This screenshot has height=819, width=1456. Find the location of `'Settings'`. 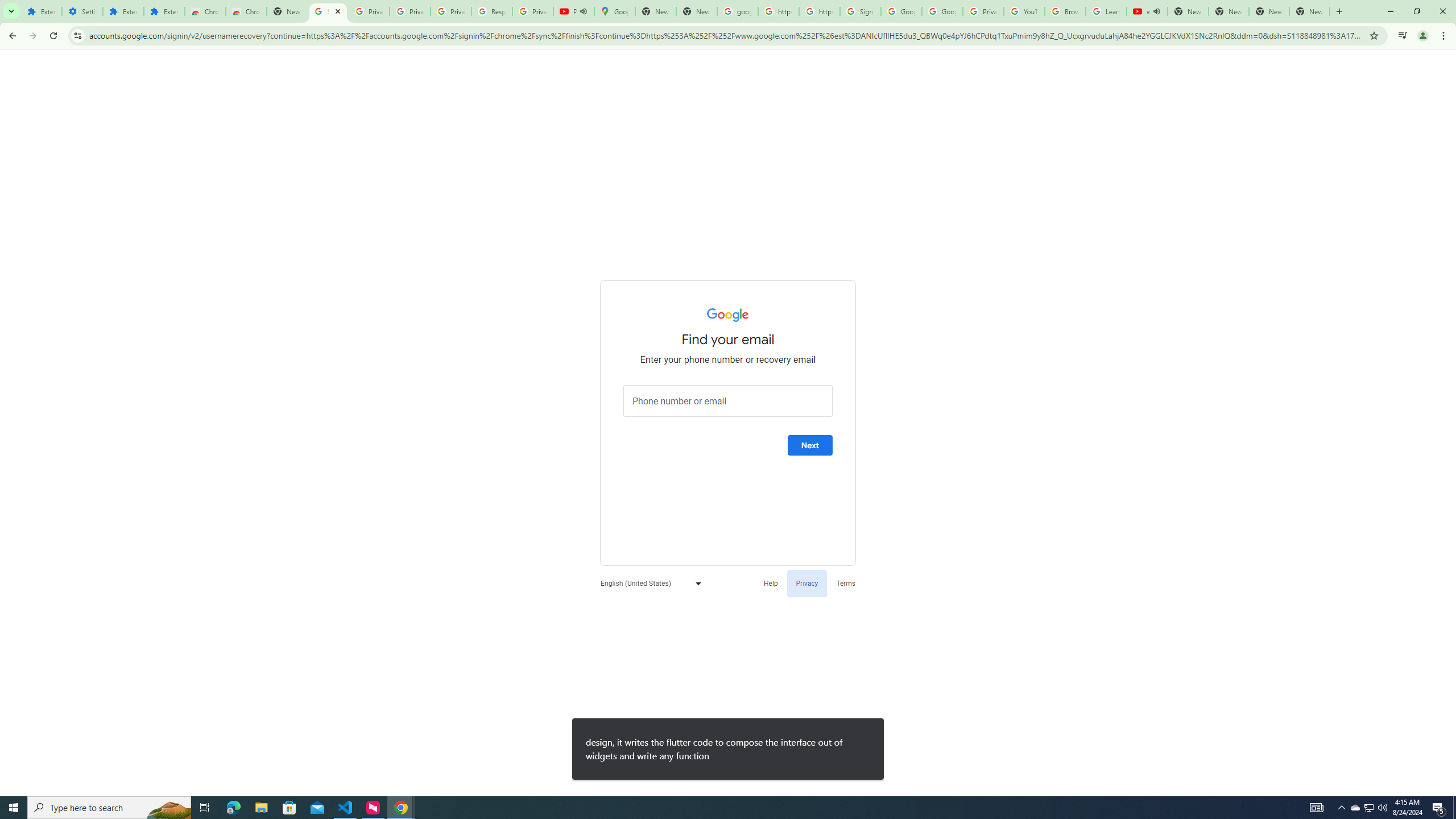

'Settings' is located at coordinates (81, 11).